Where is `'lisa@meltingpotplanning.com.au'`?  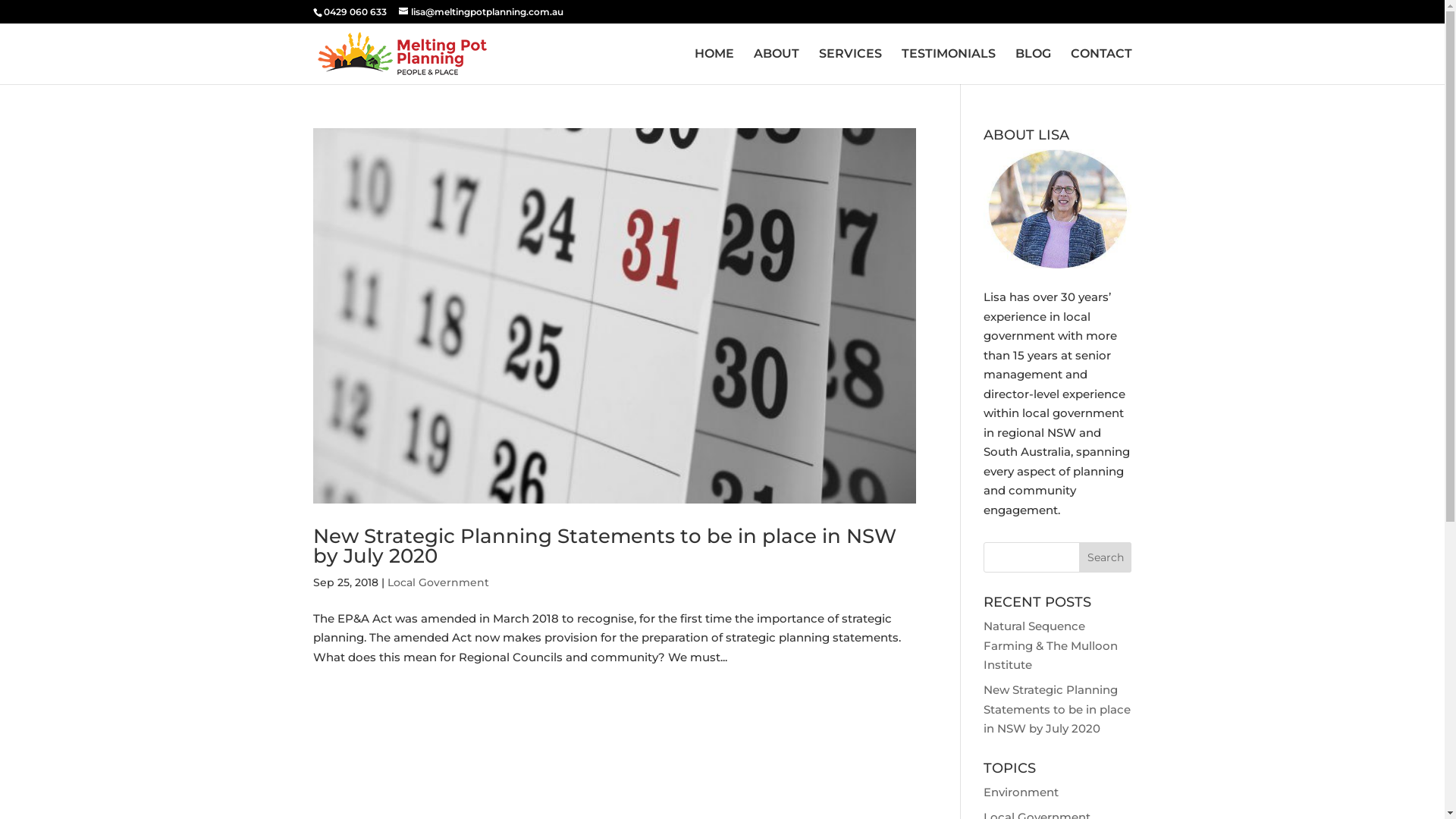 'lisa@meltingpotplanning.com.au' is located at coordinates (480, 11).